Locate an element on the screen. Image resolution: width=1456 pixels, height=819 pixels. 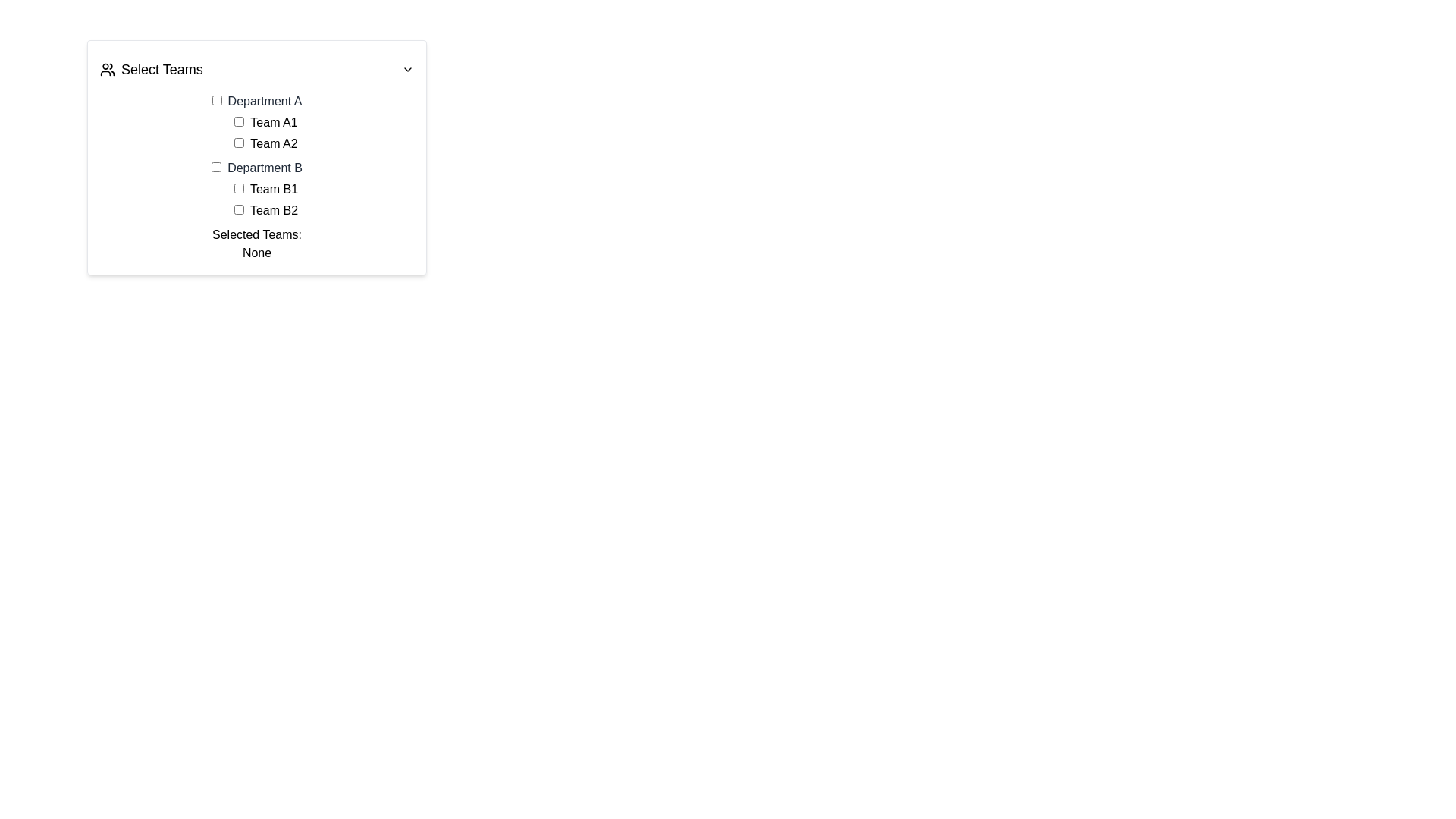
'Team B1' label located within the 'Select Teams' collapsible menu under 'Department B', positioned to the right of its associated checkbox is located at coordinates (274, 188).